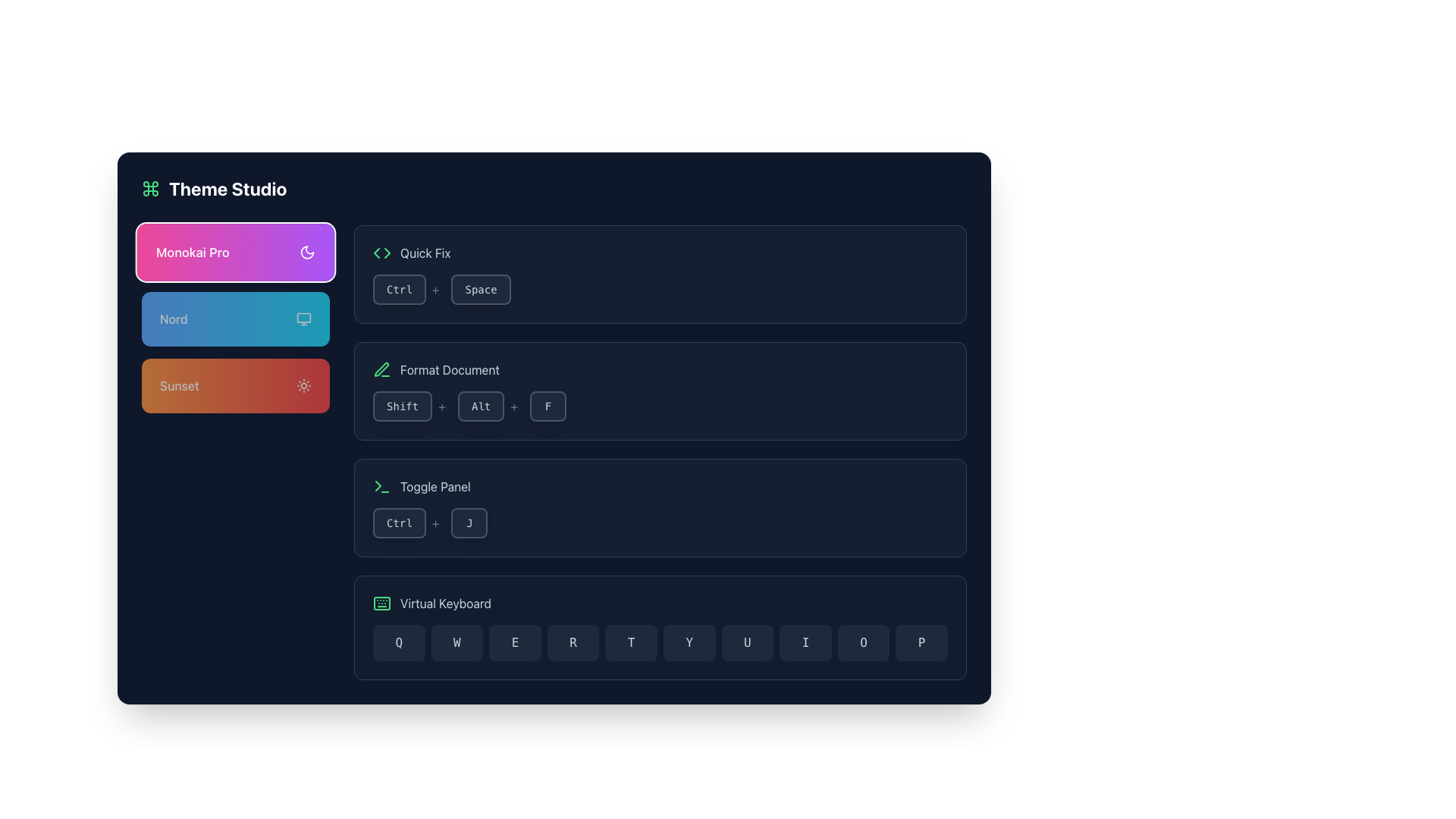 This screenshot has width=1456, height=819. I want to click on the icon in the top-left menu under the 'Monokai Pro' theme selection, so click(381, 369).